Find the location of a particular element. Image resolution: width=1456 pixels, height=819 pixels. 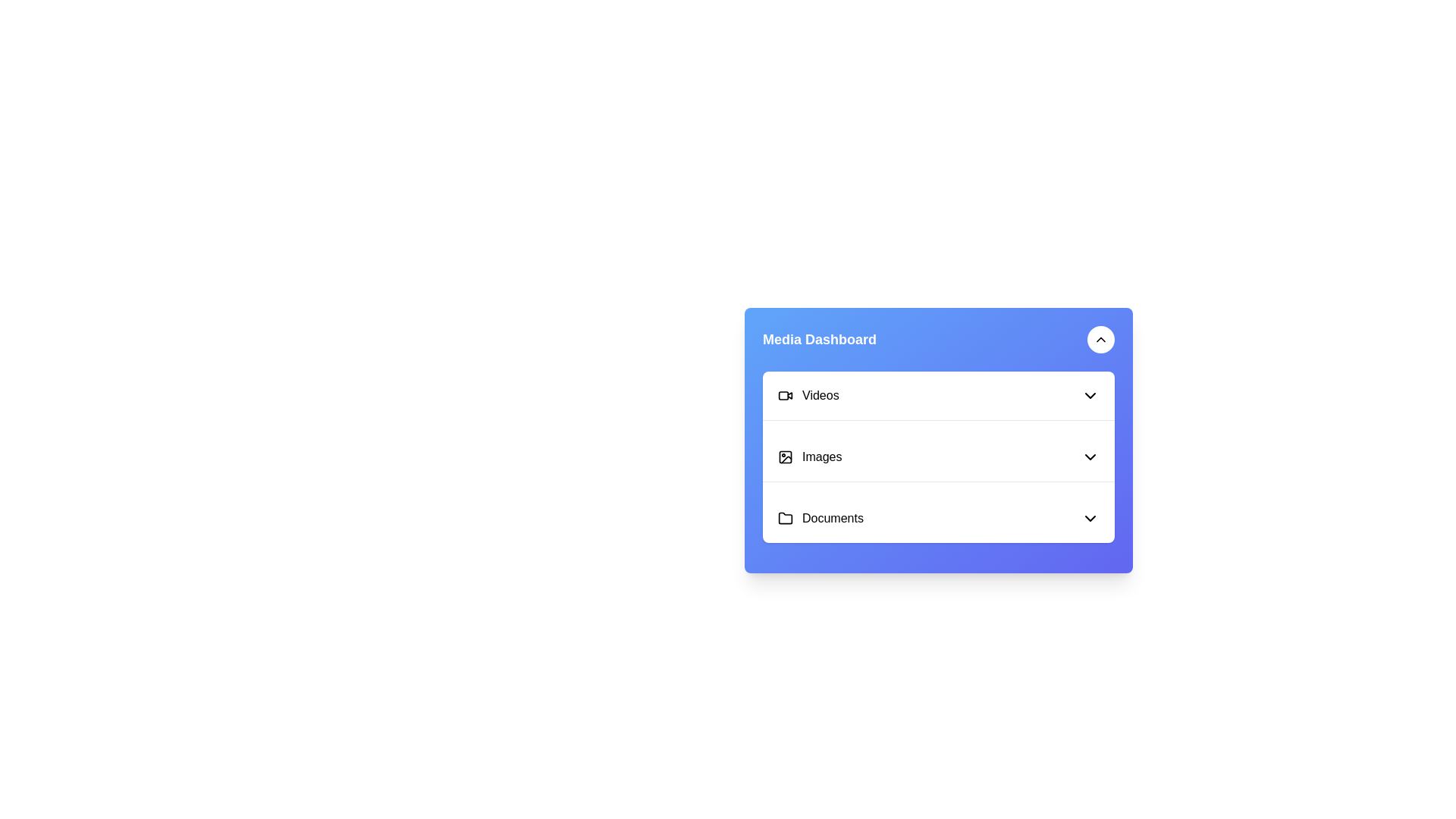

the small folder icon located next to the 'Documents' label in the third row of the card-style layout is located at coordinates (786, 516).